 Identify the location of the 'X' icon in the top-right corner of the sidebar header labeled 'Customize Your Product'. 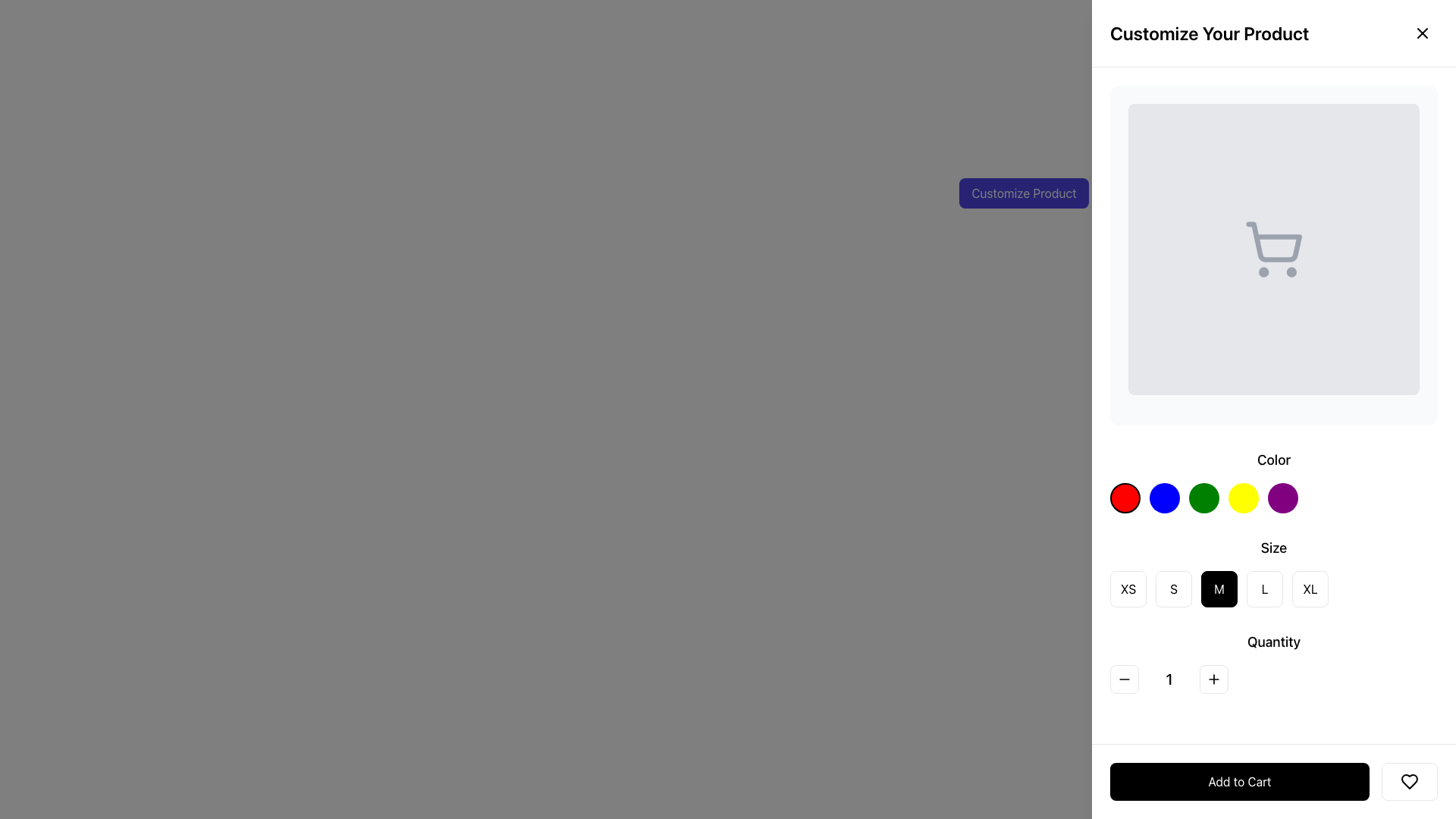
(1422, 33).